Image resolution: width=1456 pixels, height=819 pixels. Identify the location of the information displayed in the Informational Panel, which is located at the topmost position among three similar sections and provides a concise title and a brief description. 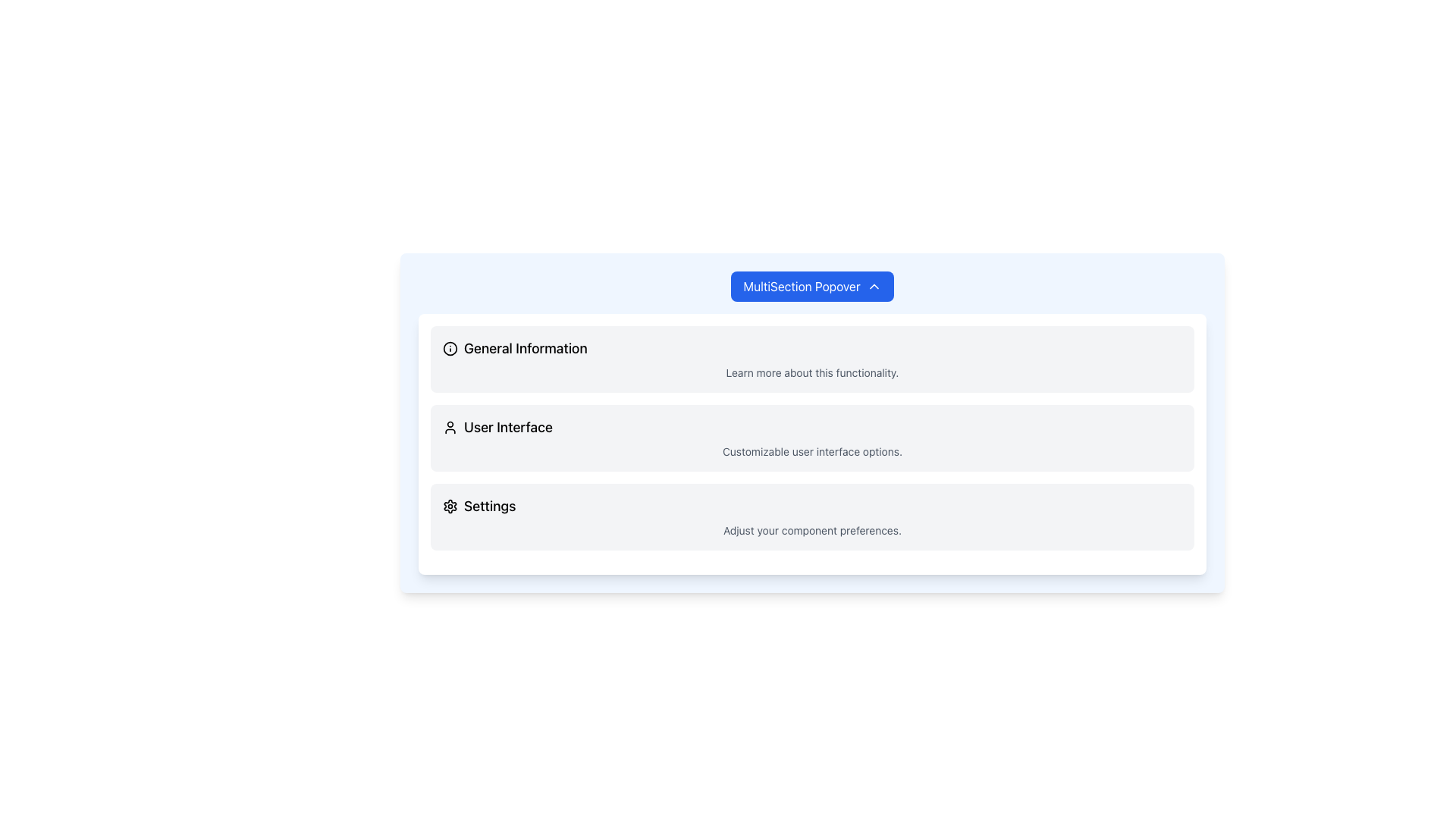
(811, 359).